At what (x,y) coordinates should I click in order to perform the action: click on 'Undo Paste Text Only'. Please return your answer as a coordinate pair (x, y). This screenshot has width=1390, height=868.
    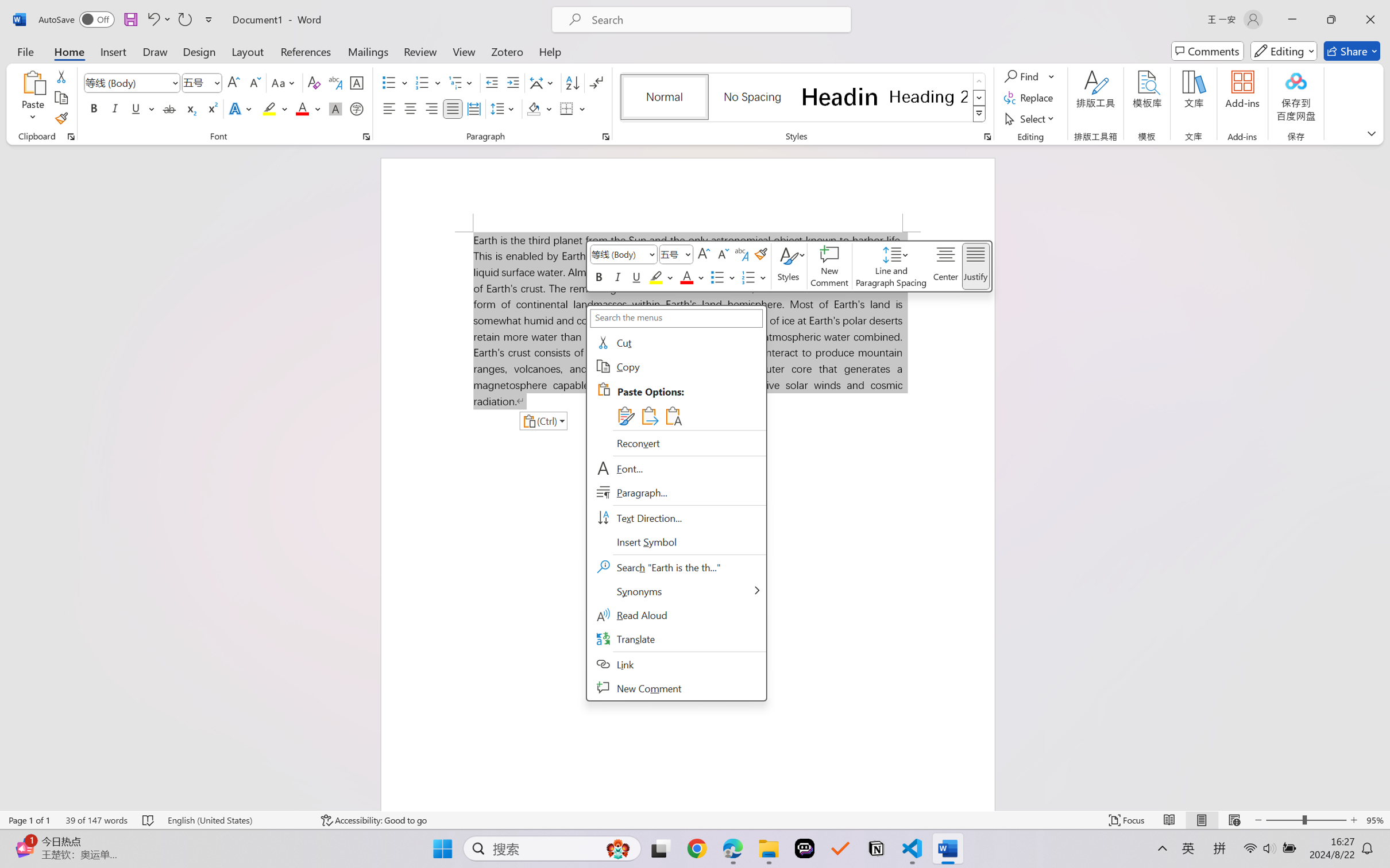
    Looking at the image, I should click on (152, 19).